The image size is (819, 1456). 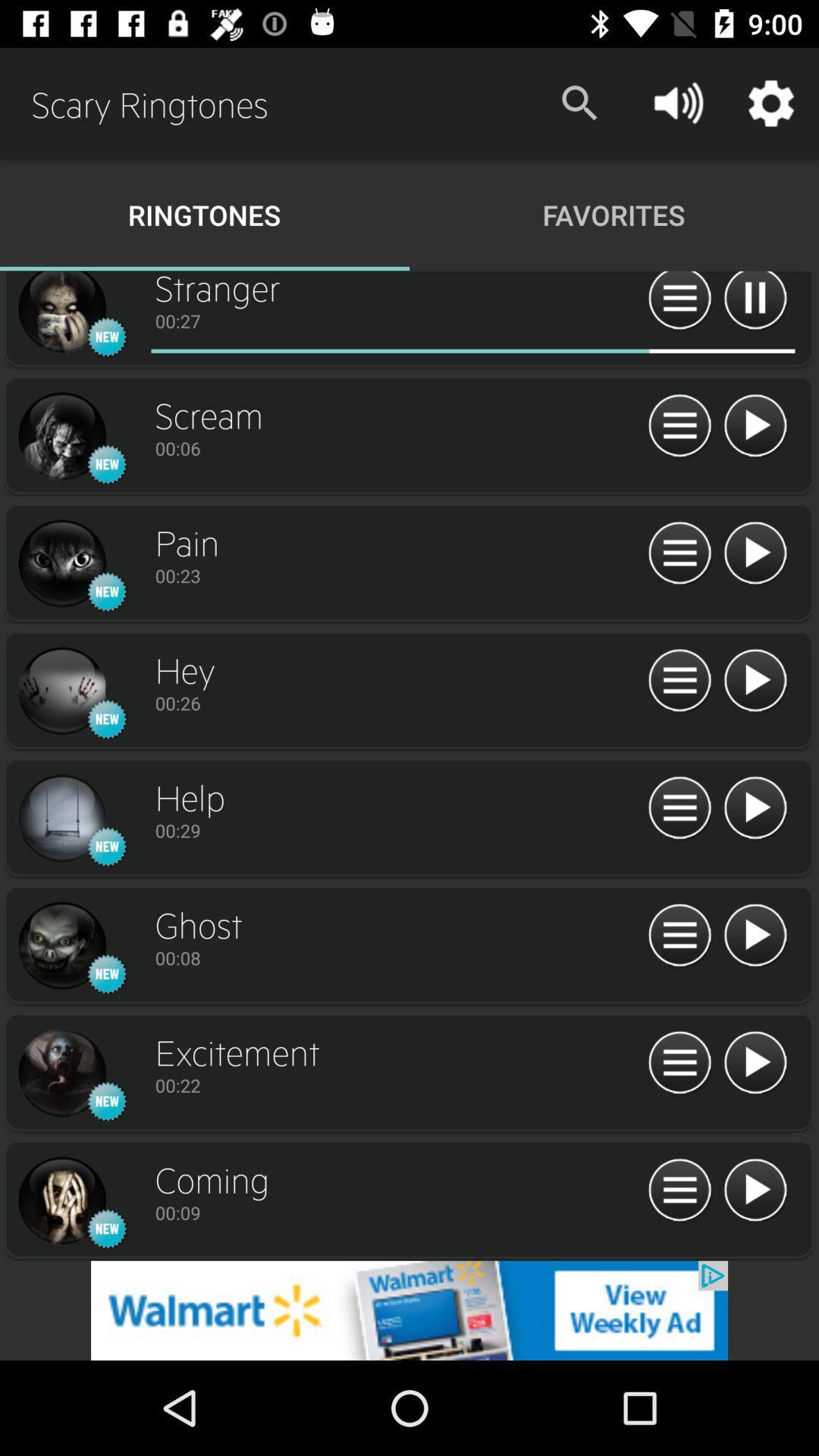 I want to click on options, so click(x=679, y=1062).